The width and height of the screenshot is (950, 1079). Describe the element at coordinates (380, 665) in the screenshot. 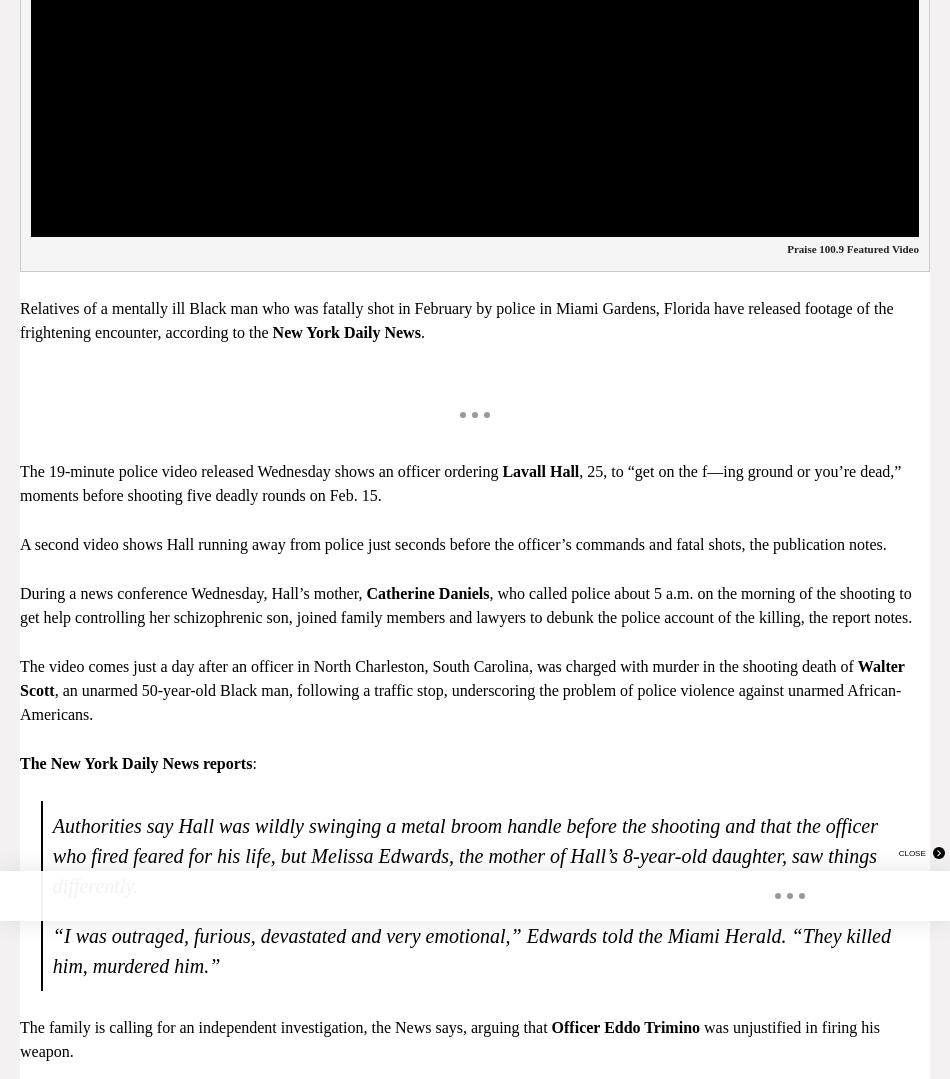

I see `'The video comes just a day after an officer in North Charleston, South Carolina, was charged with murder in the'` at that location.